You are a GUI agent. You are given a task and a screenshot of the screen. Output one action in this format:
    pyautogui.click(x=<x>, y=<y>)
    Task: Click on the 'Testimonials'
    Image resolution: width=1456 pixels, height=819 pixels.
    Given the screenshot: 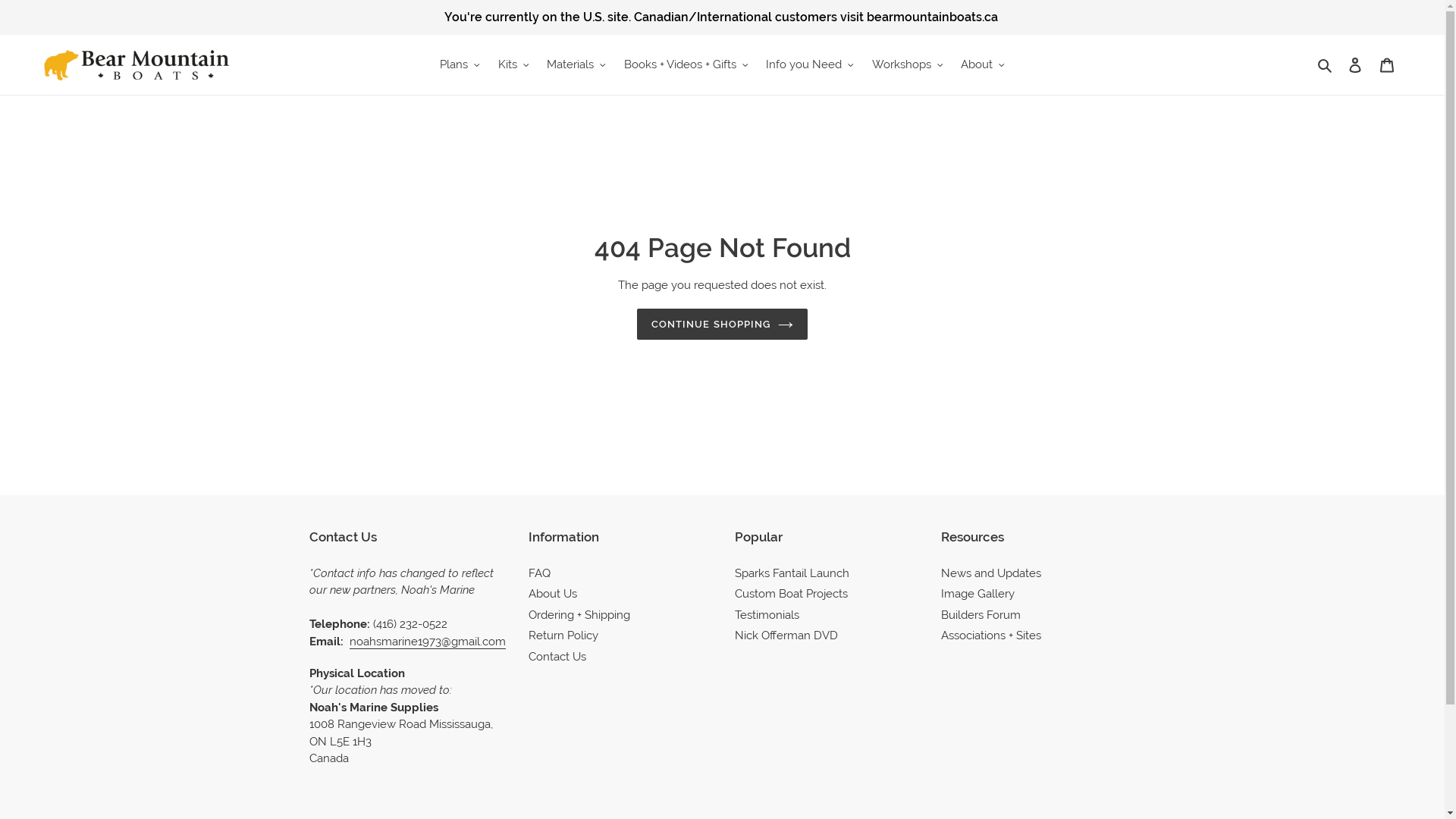 What is the action you would take?
    pyautogui.click(x=767, y=614)
    